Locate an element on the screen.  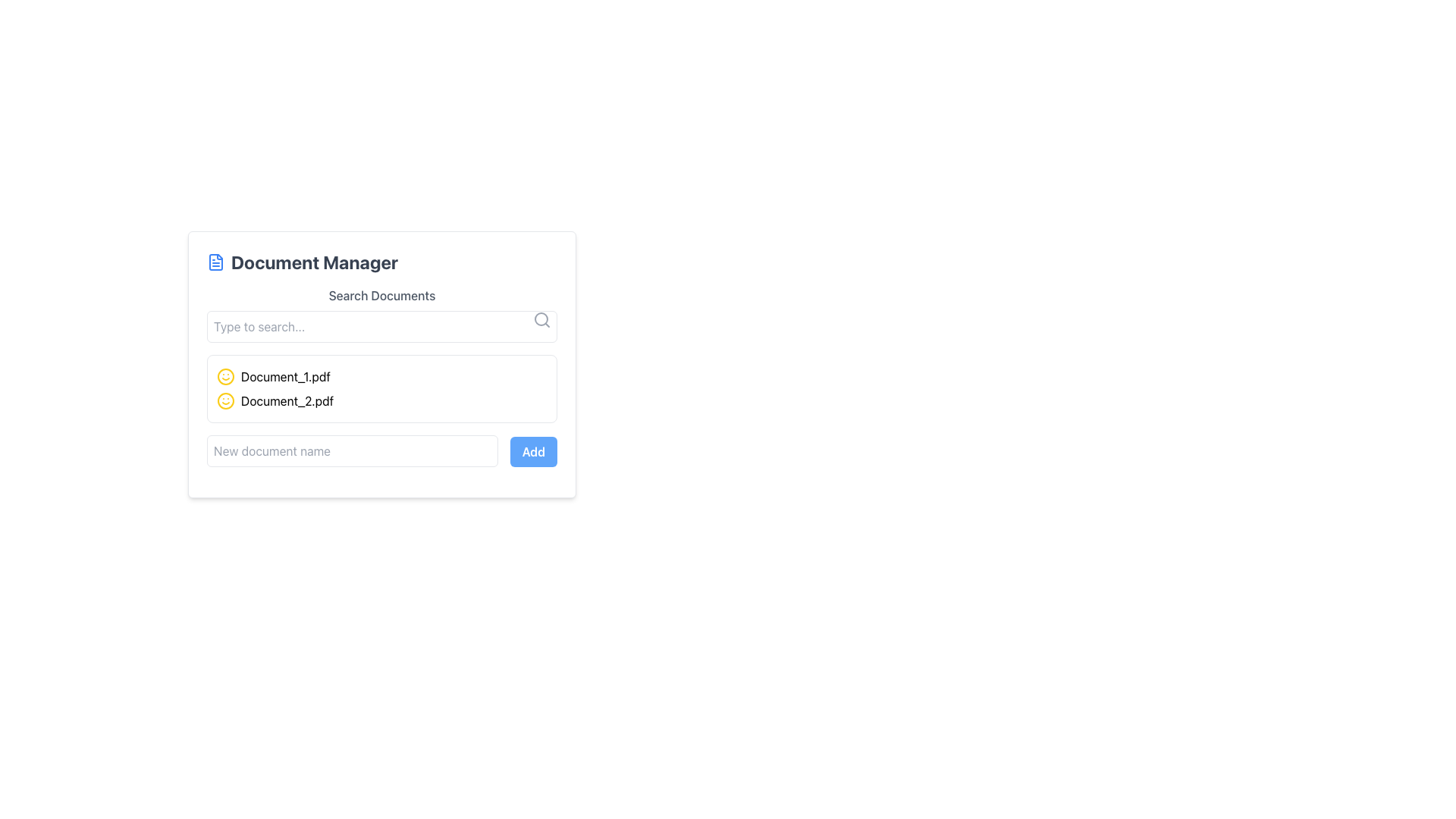
the small outlined circle icon with a smiling expression, filled with yellow color, located to the left of the text 'Document_2.pdf' in the second row of the document list in the 'Document Manager' is located at coordinates (224, 400).